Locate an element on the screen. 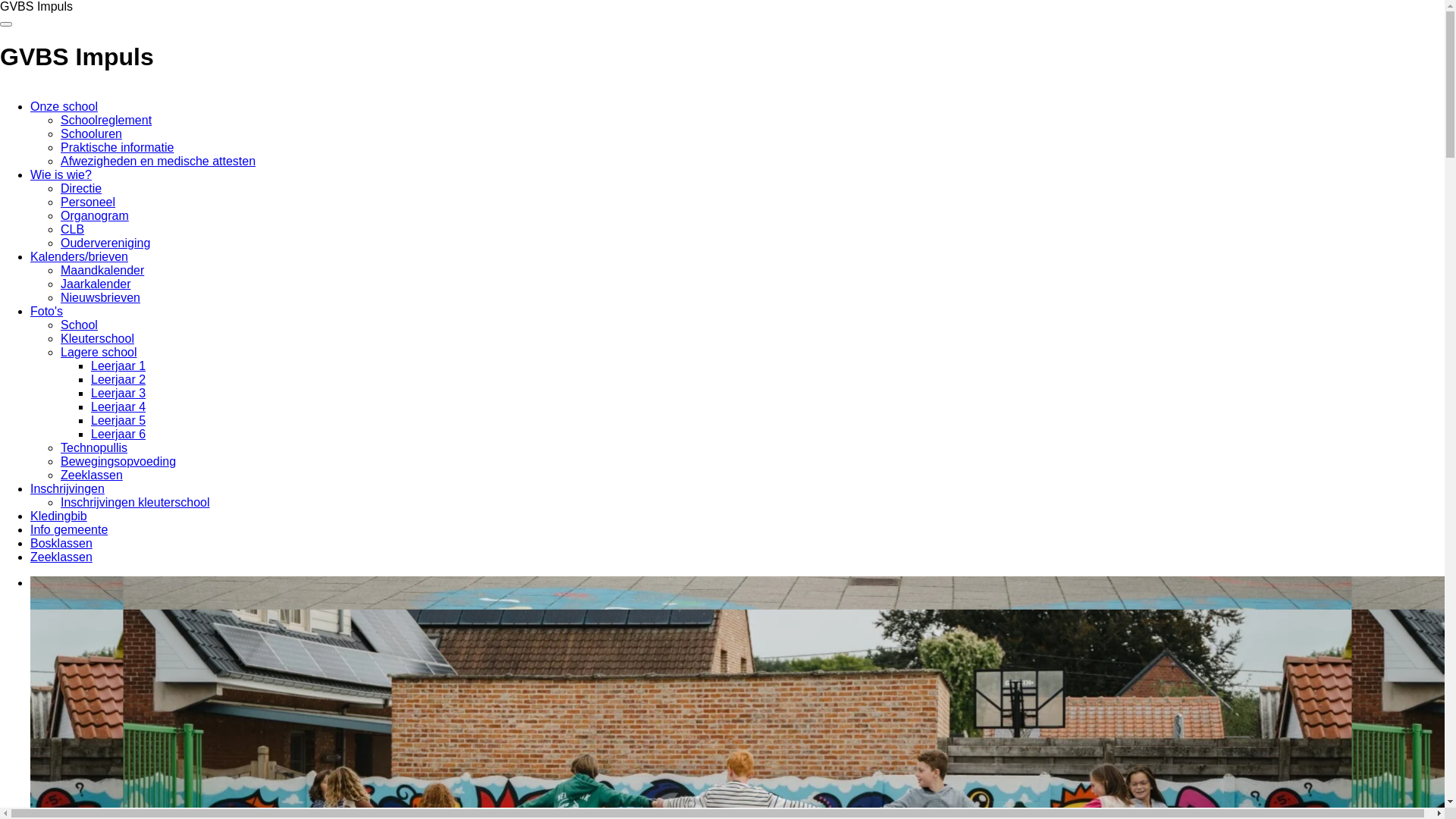 The image size is (1456, 819). 'Leerjaar 2' is located at coordinates (118, 378).